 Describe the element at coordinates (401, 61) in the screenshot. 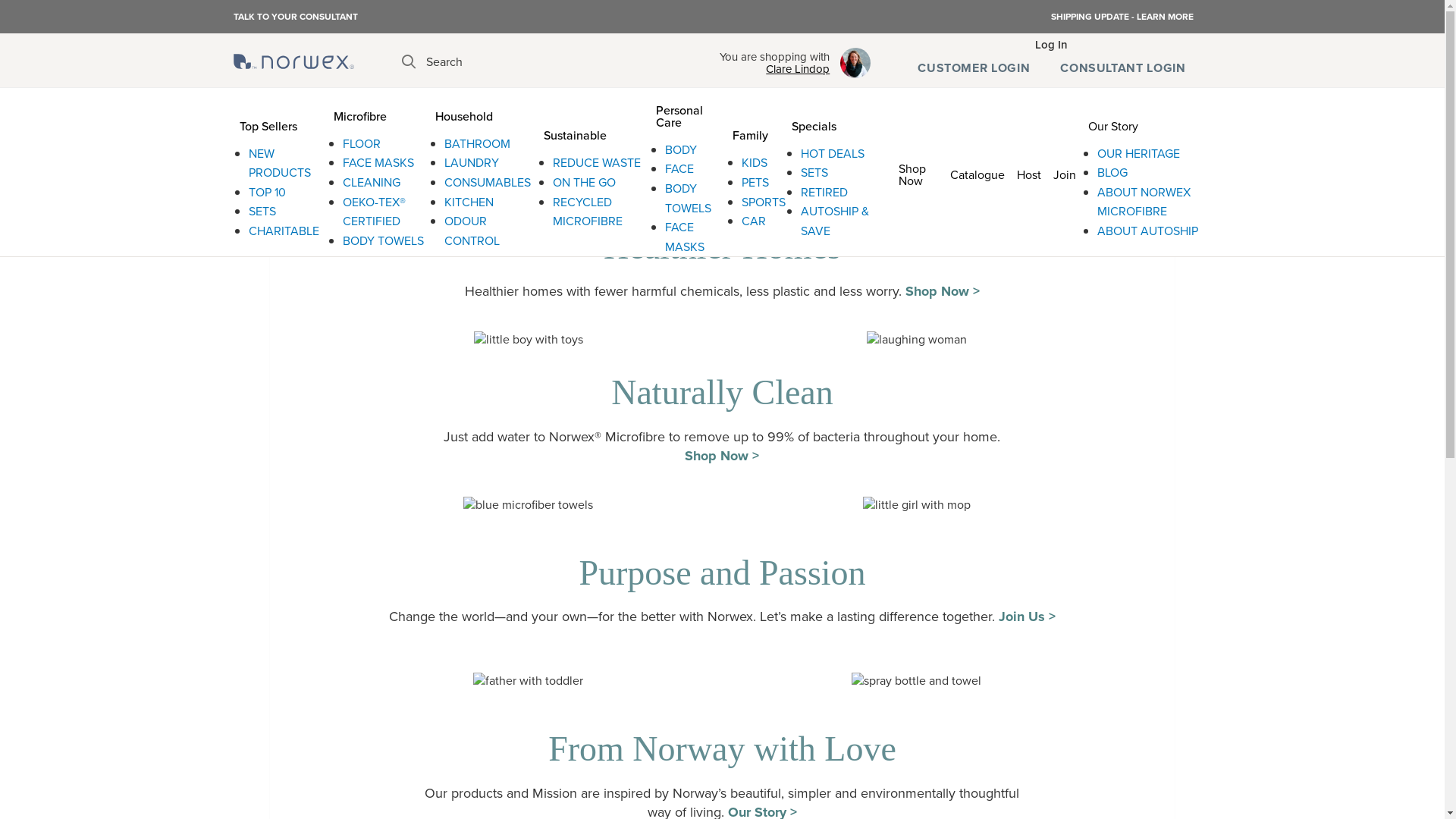

I see `'Search'` at that location.